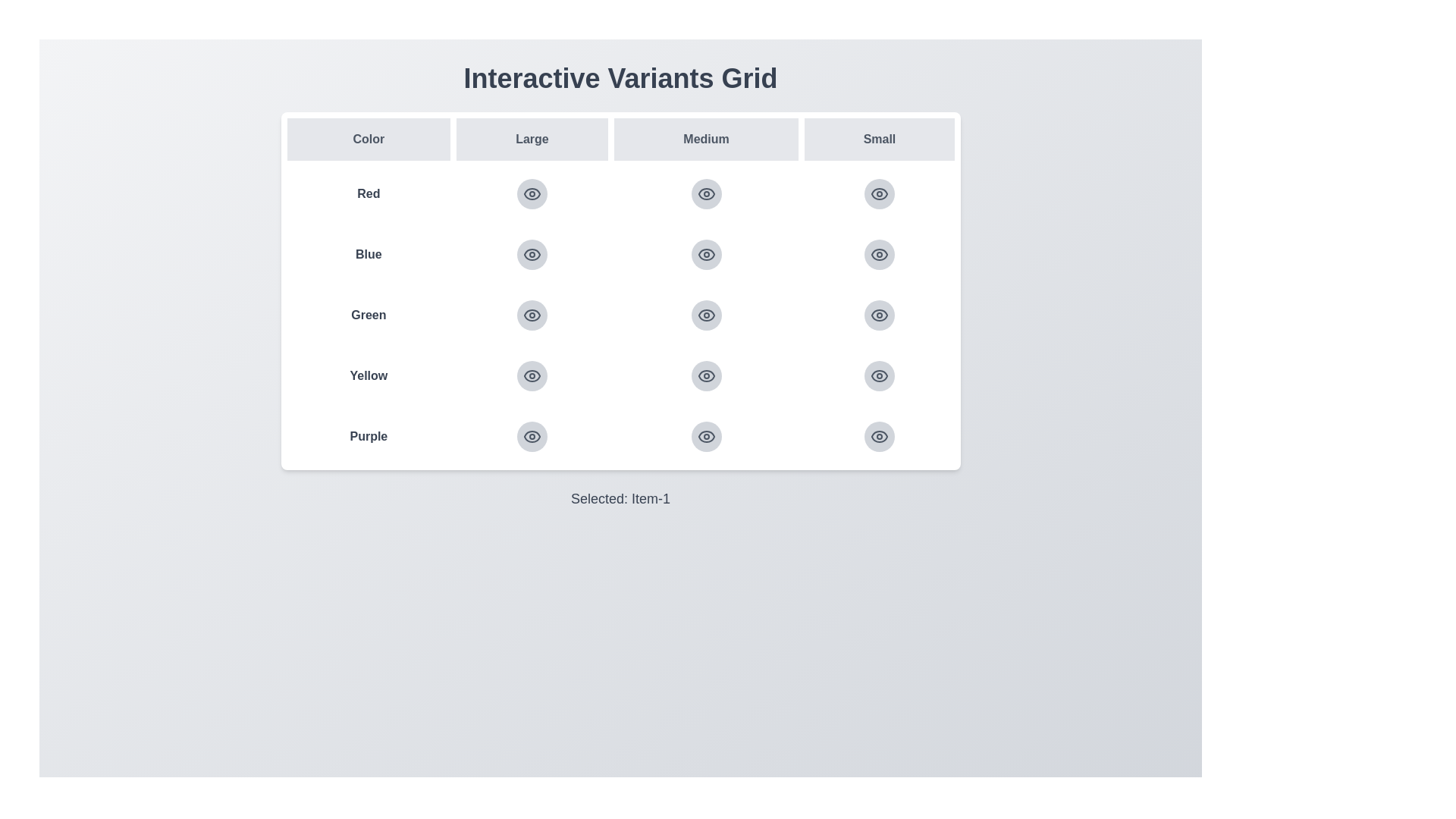 The height and width of the screenshot is (819, 1456). I want to click on the eye-like SVG icon within the rounded rectangular button under the 'Large' header in the third row labeled 'Green', so click(532, 315).